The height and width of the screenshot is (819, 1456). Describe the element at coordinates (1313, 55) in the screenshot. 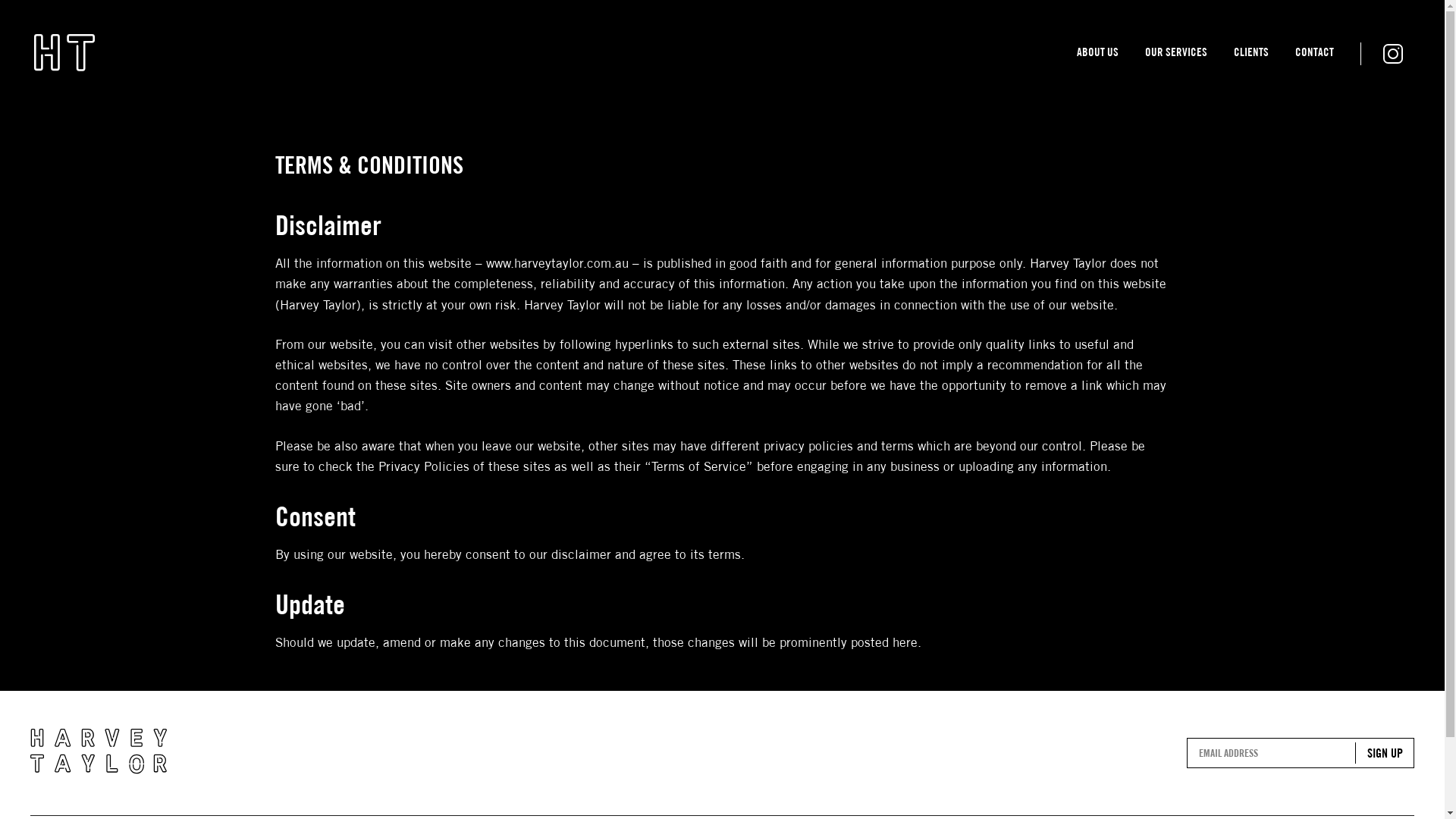

I see `'CONTACT'` at that location.